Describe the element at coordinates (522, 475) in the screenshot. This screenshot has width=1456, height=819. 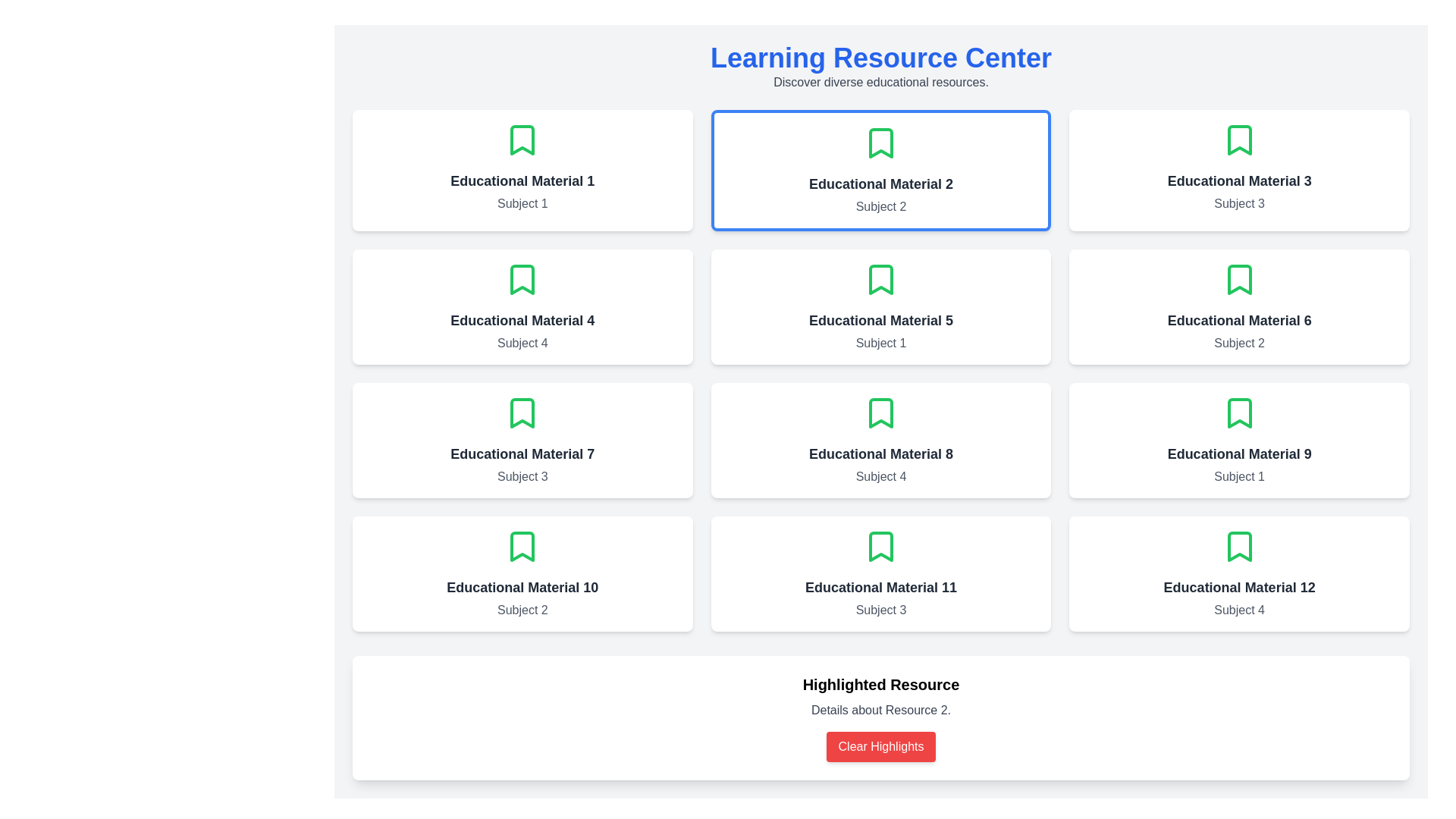
I see `the text label displaying 'Subject 3', which is styled with gray text and is center-aligned, located below the title 'Educational Material 7'` at that location.